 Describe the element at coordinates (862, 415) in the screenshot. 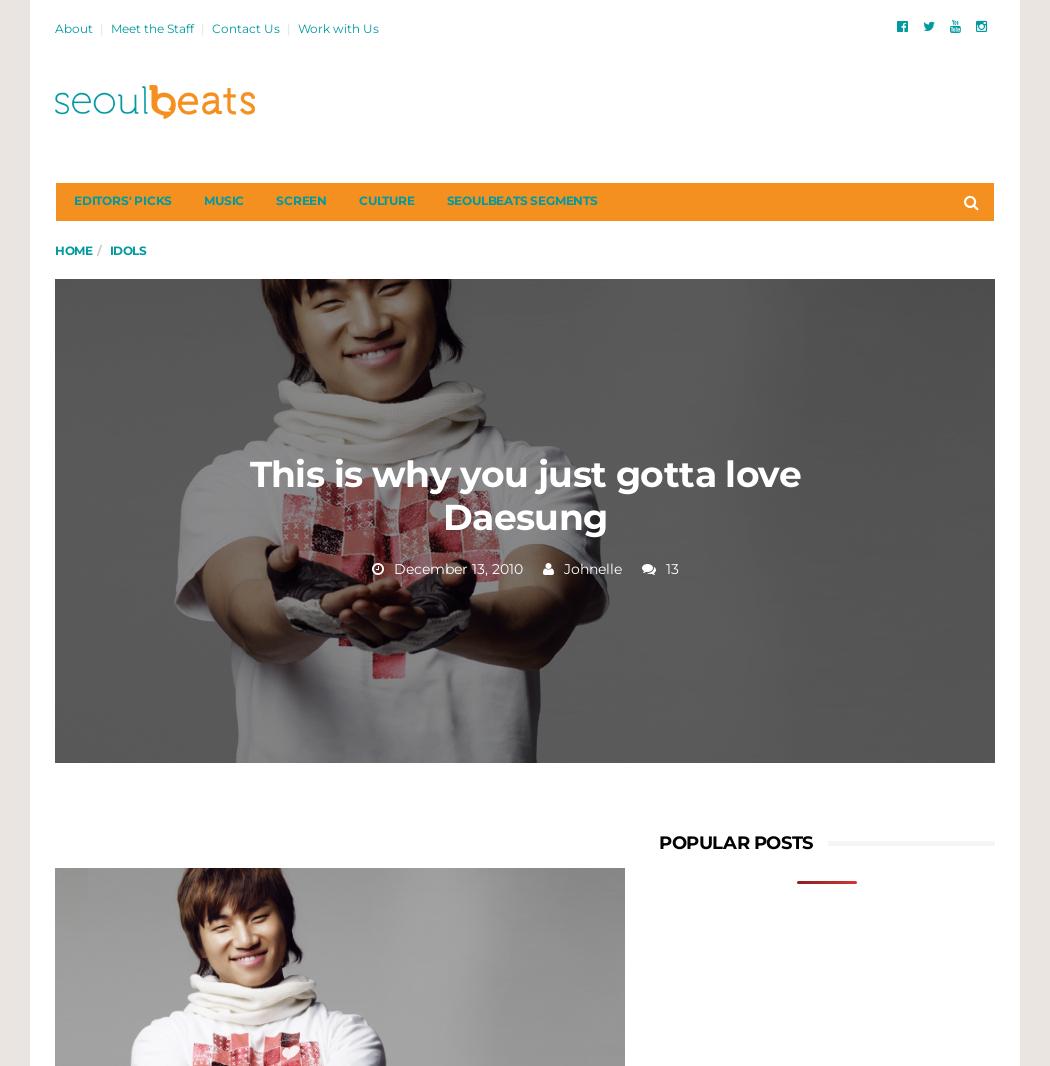

I see `'The SB Mixtape, 10/19/2023: Catharsis'` at that location.